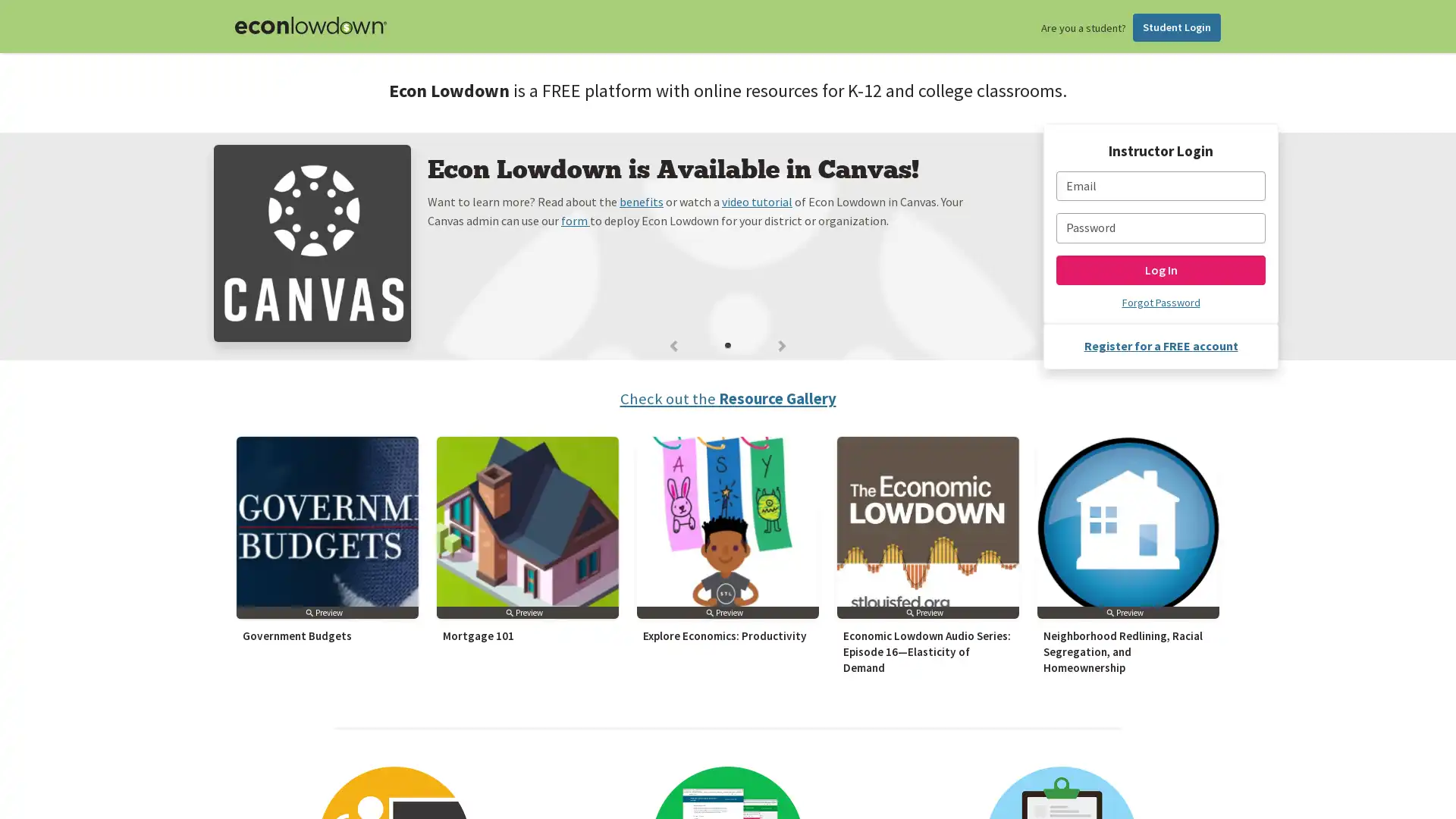 Image resolution: width=1456 pixels, height=819 pixels. Describe the element at coordinates (1160, 268) in the screenshot. I see `Log In` at that location.